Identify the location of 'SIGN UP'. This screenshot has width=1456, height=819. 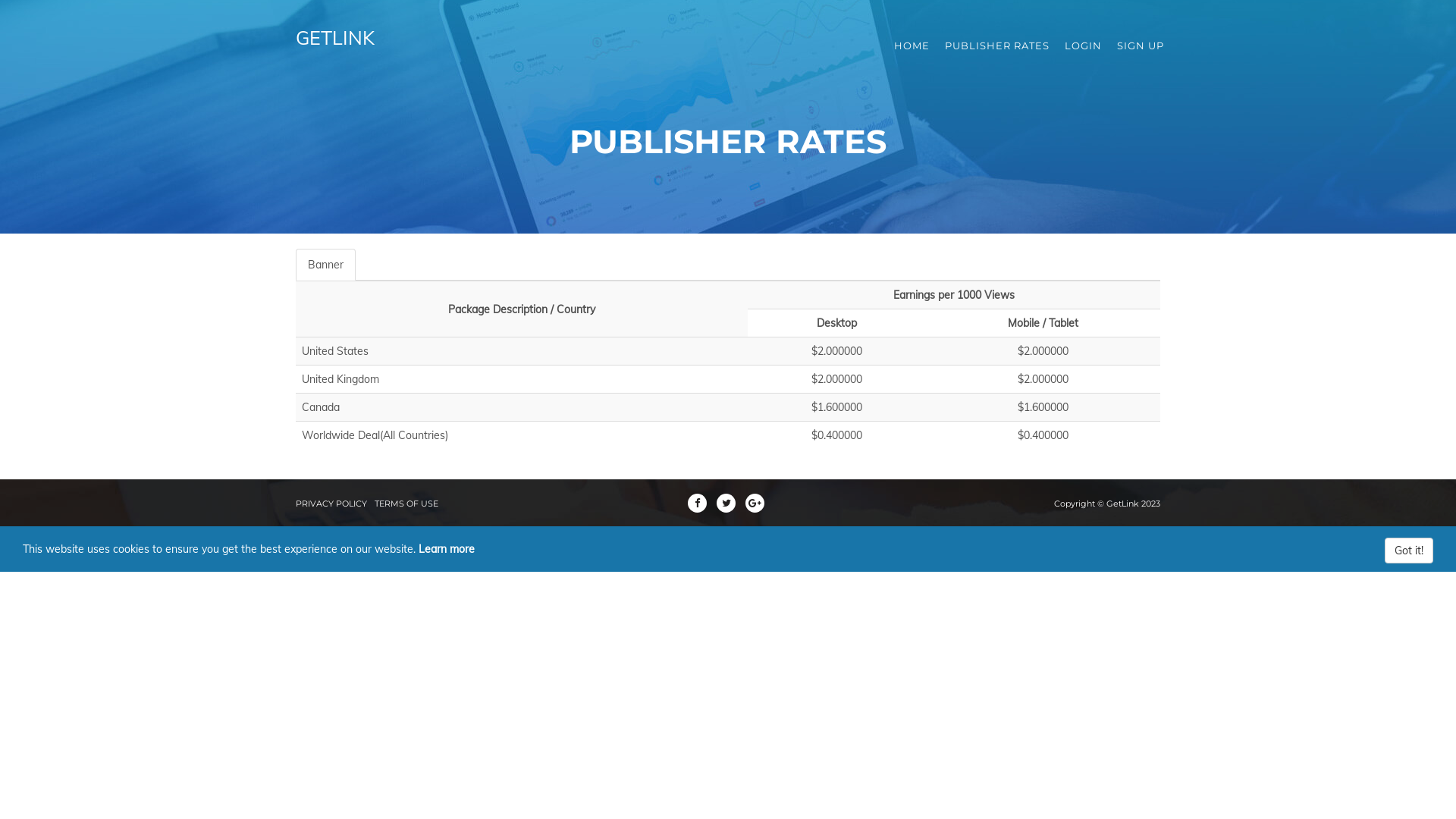
(1140, 45).